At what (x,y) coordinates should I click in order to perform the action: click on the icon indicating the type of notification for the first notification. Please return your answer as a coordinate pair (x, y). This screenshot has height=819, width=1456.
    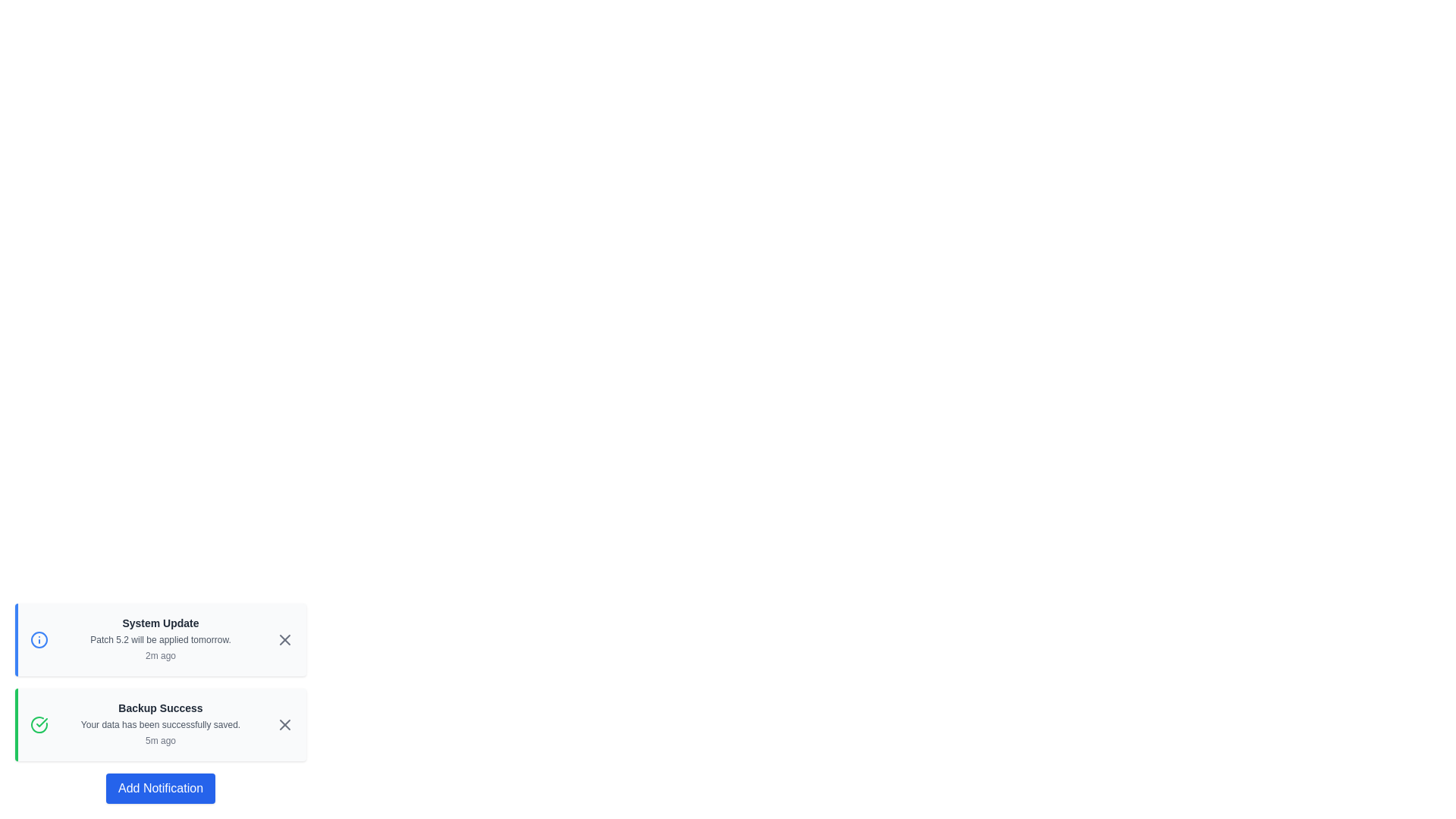
    Looking at the image, I should click on (39, 640).